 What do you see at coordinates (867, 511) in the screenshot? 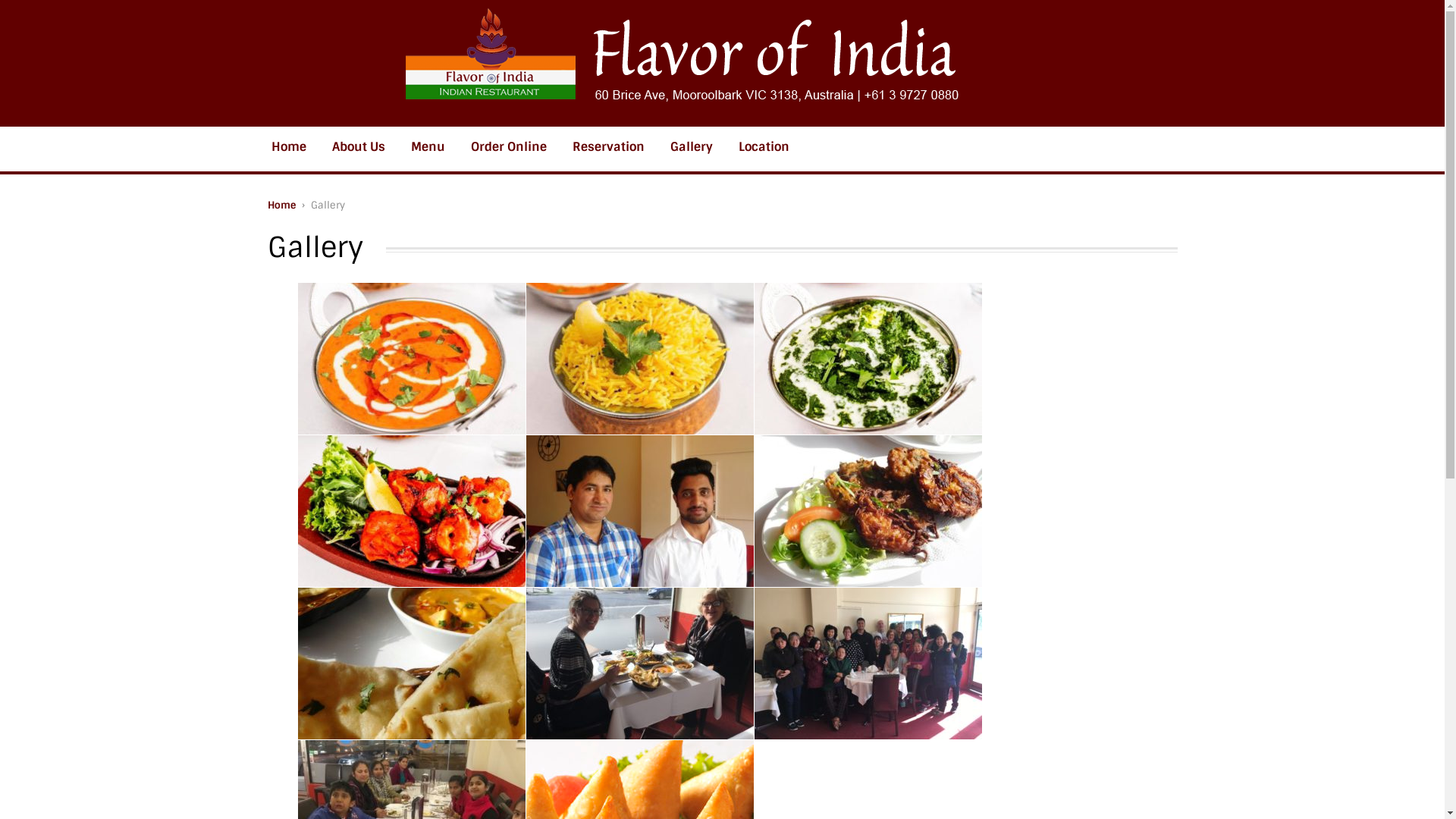
I see `'gal2'` at bounding box center [867, 511].